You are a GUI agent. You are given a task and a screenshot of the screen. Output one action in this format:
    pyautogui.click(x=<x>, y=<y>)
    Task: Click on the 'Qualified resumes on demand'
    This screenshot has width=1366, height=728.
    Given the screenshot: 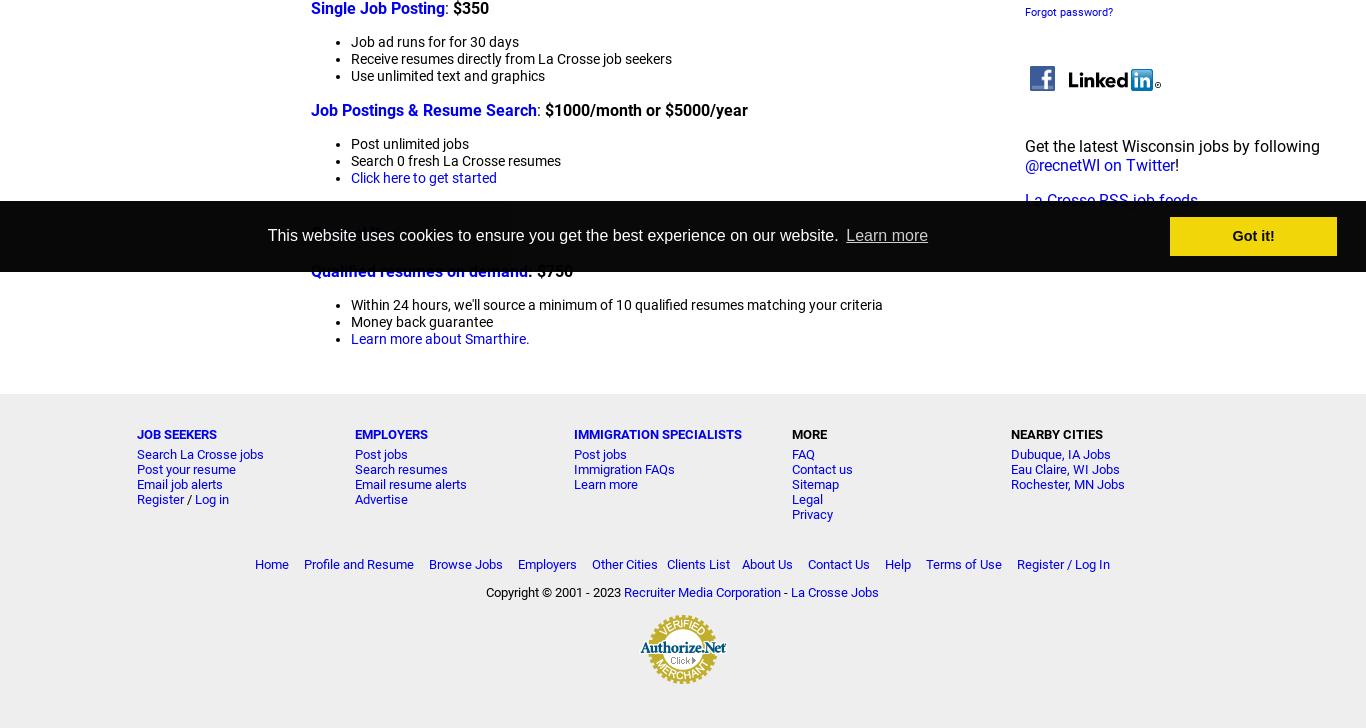 What is the action you would take?
    pyautogui.click(x=311, y=271)
    